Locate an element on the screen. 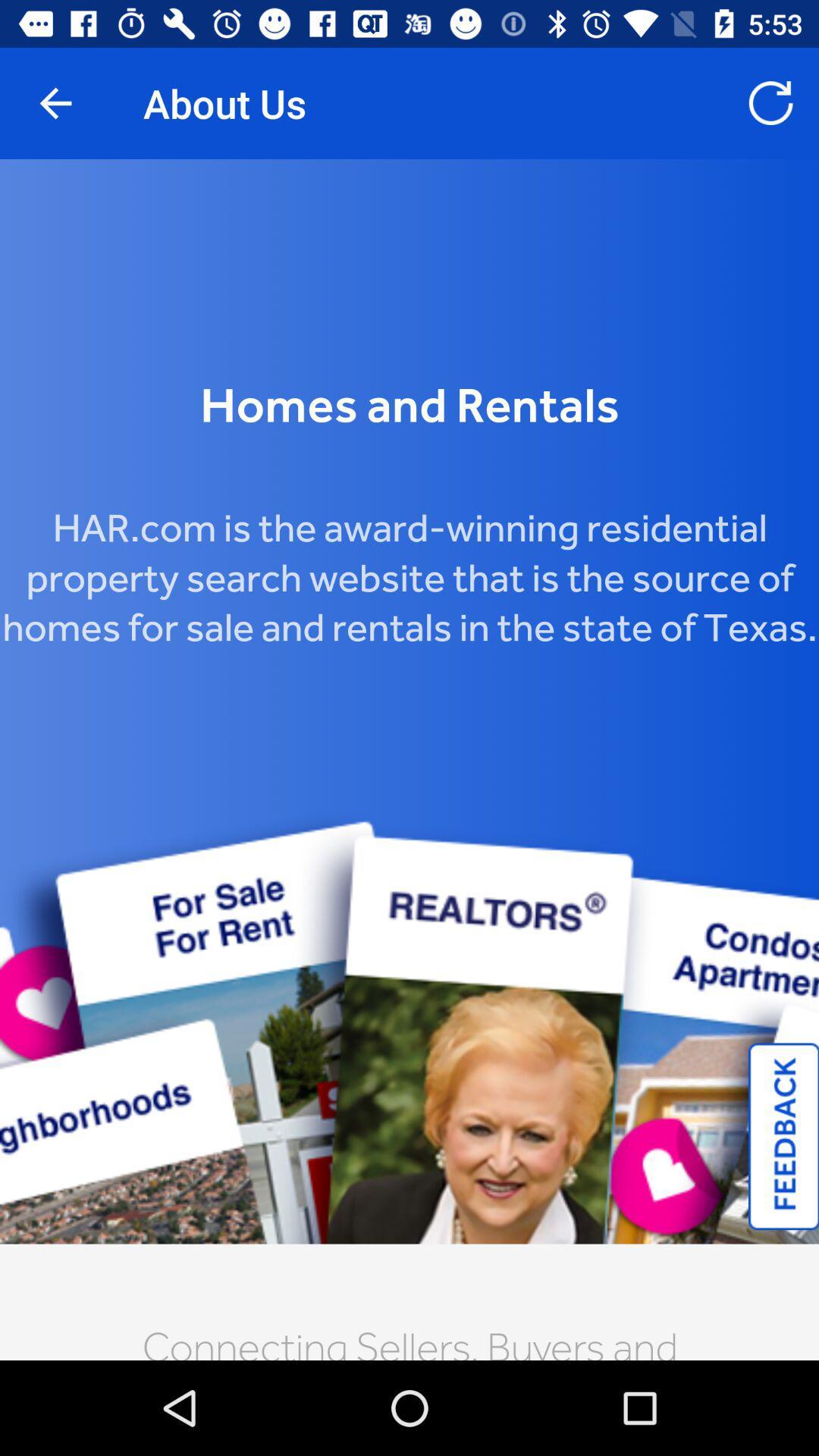 The width and height of the screenshot is (819, 1456). har.com is located at coordinates (409, 760).